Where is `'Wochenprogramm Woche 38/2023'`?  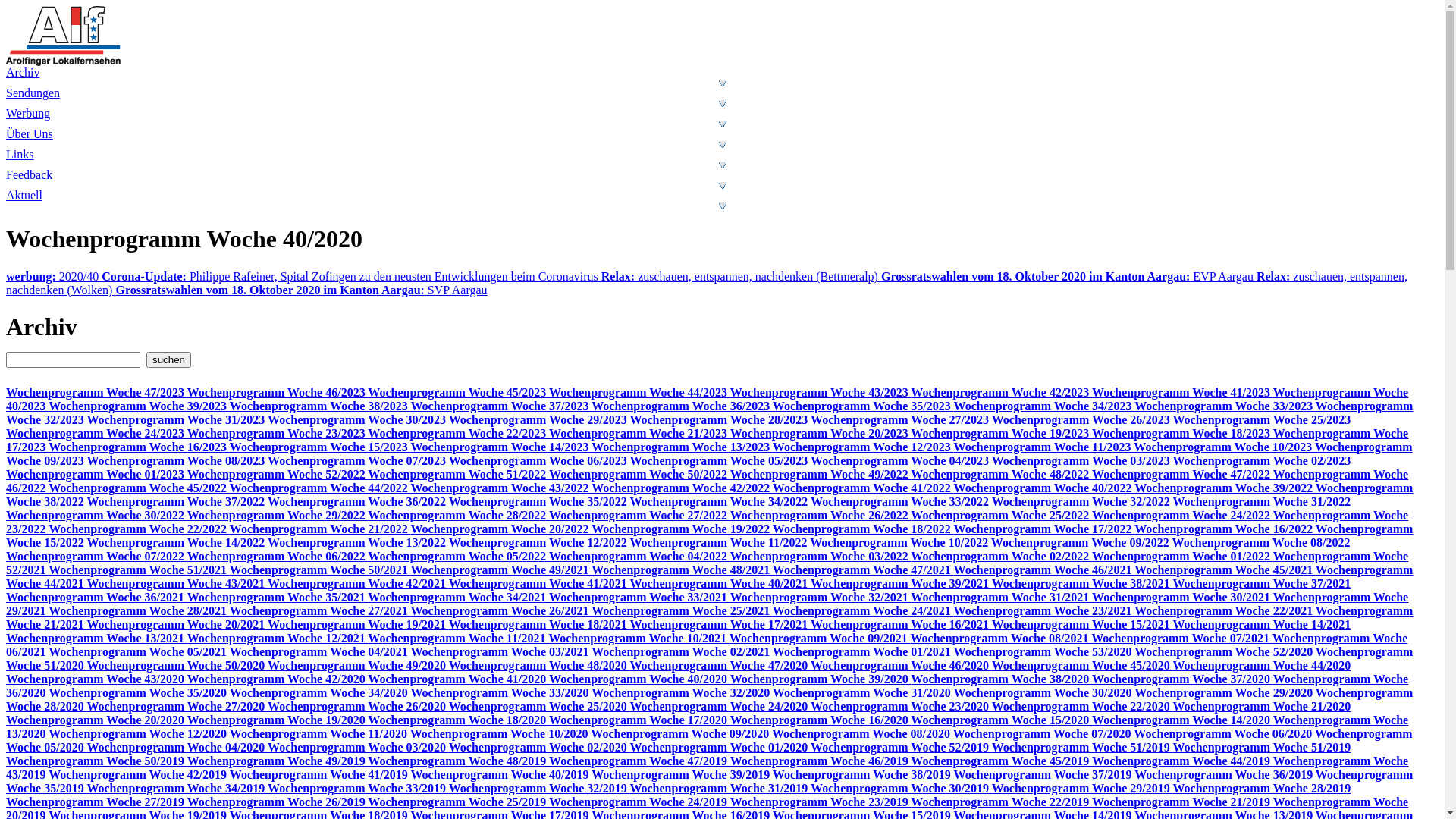
'Wochenprogramm Woche 38/2023' is located at coordinates (319, 405).